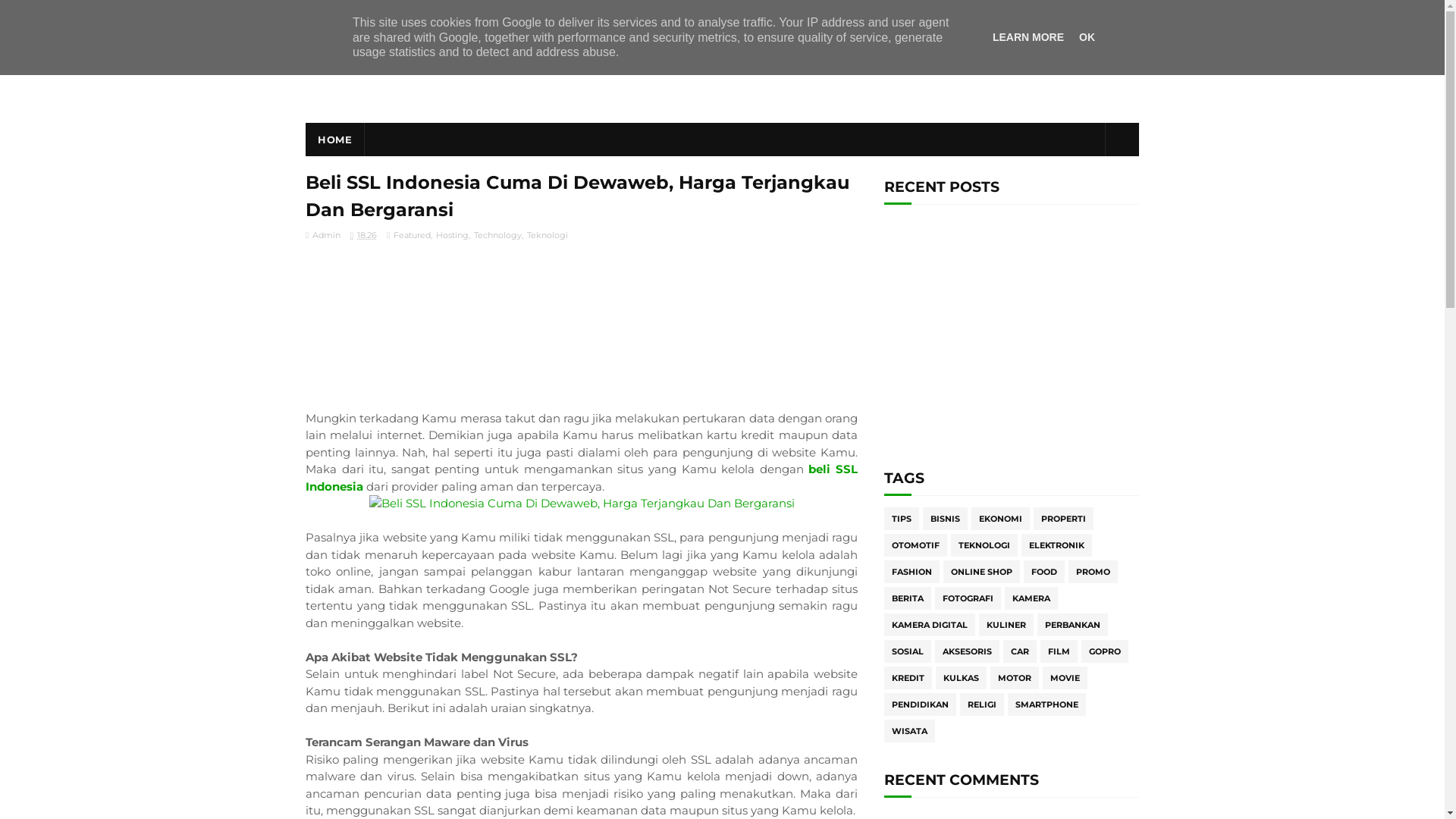 The image size is (1456, 819). I want to click on 'FILM', so click(1058, 651).